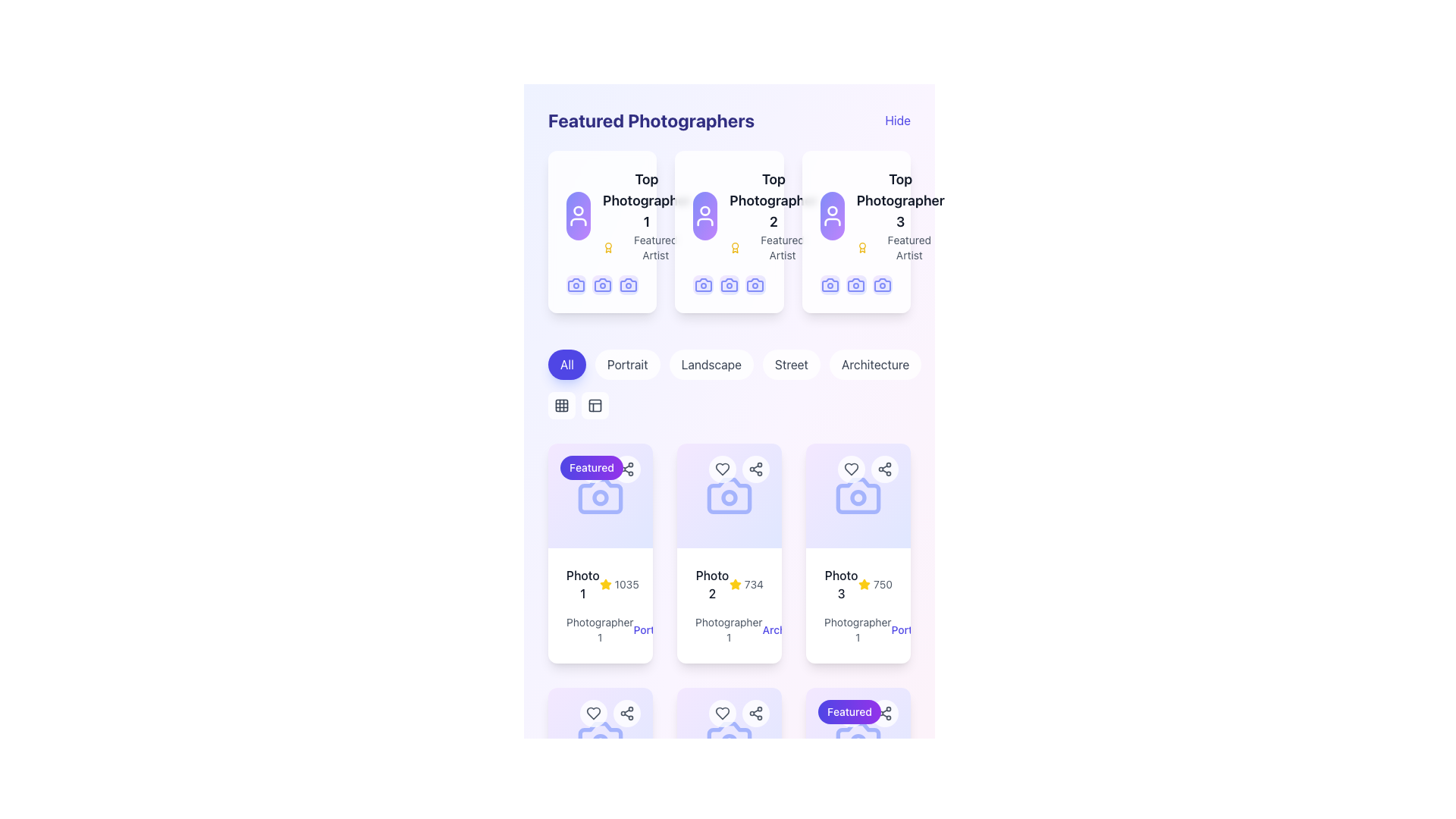  Describe the element at coordinates (783, 247) in the screenshot. I see `the static text label indicating the featured status for the photographer, located in the middle column of the 'Top Photographer' section under the profile image and badge` at that location.